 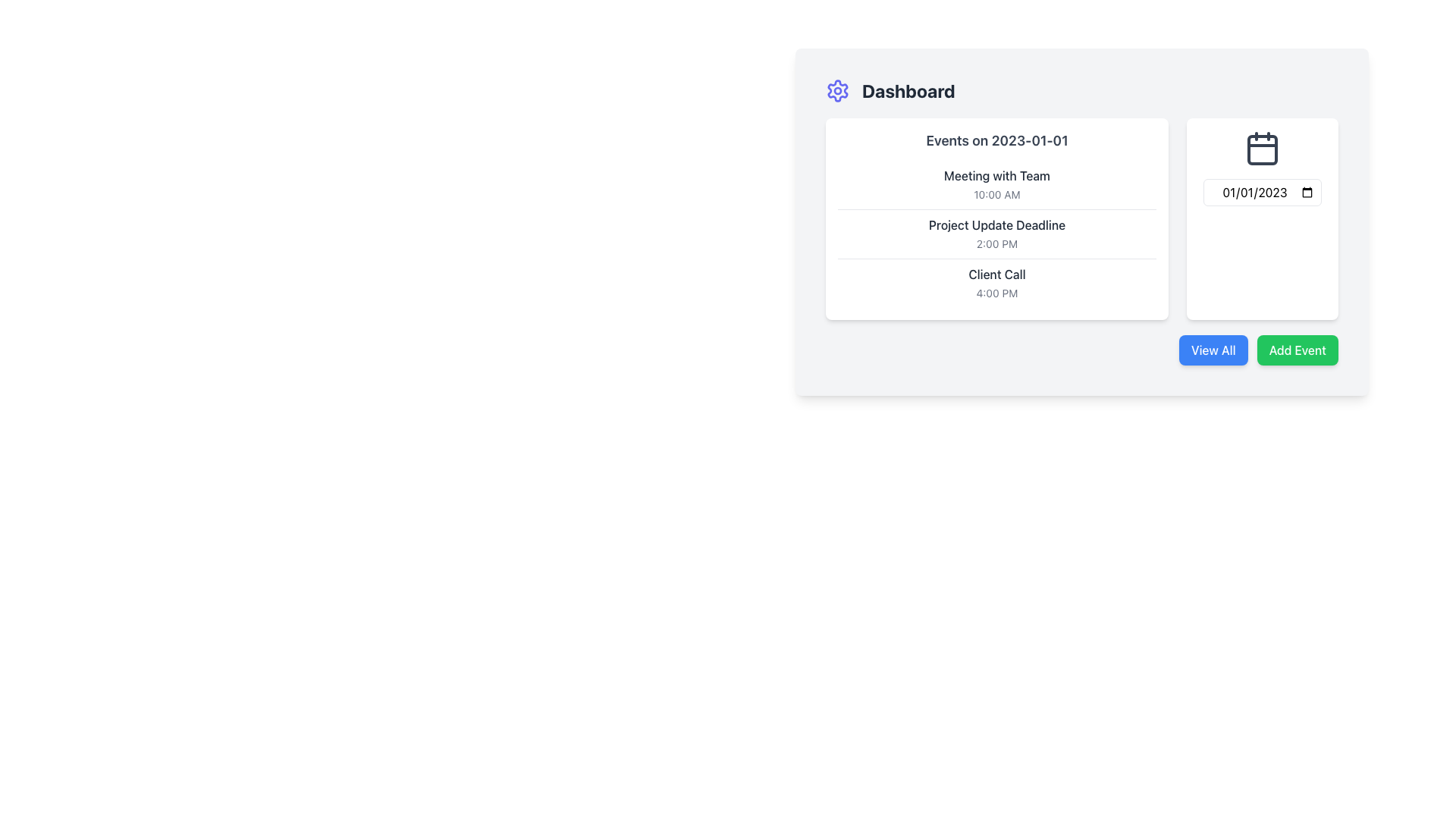 I want to click on the white rectangle with rounded corners and a thin border inside the calendar icon, which is located to the right of the date input field displaying '01/01/2023', so click(x=1263, y=149).